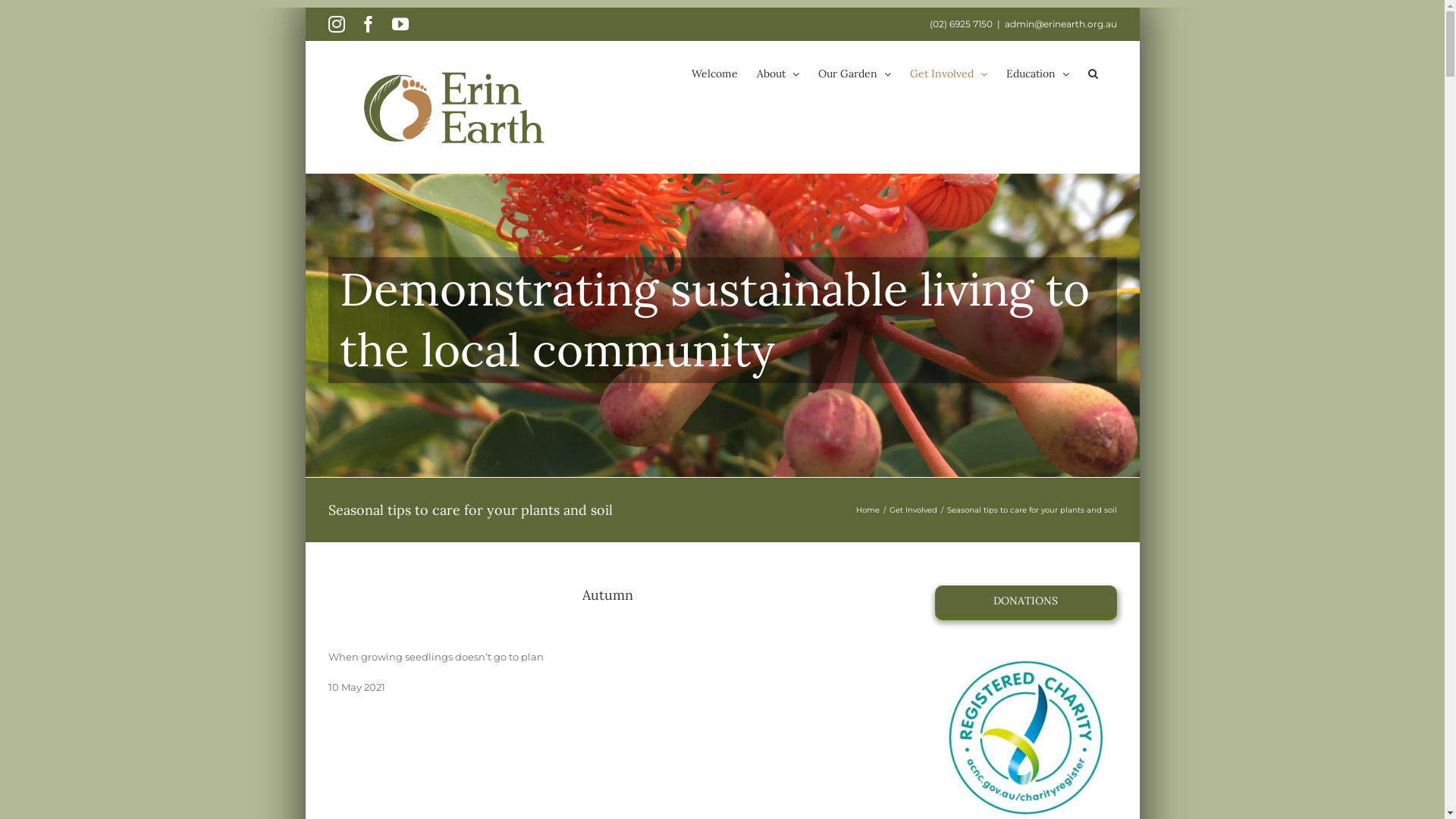  Describe the element at coordinates (1087, 73) in the screenshot. I see `'Search'` at that location.